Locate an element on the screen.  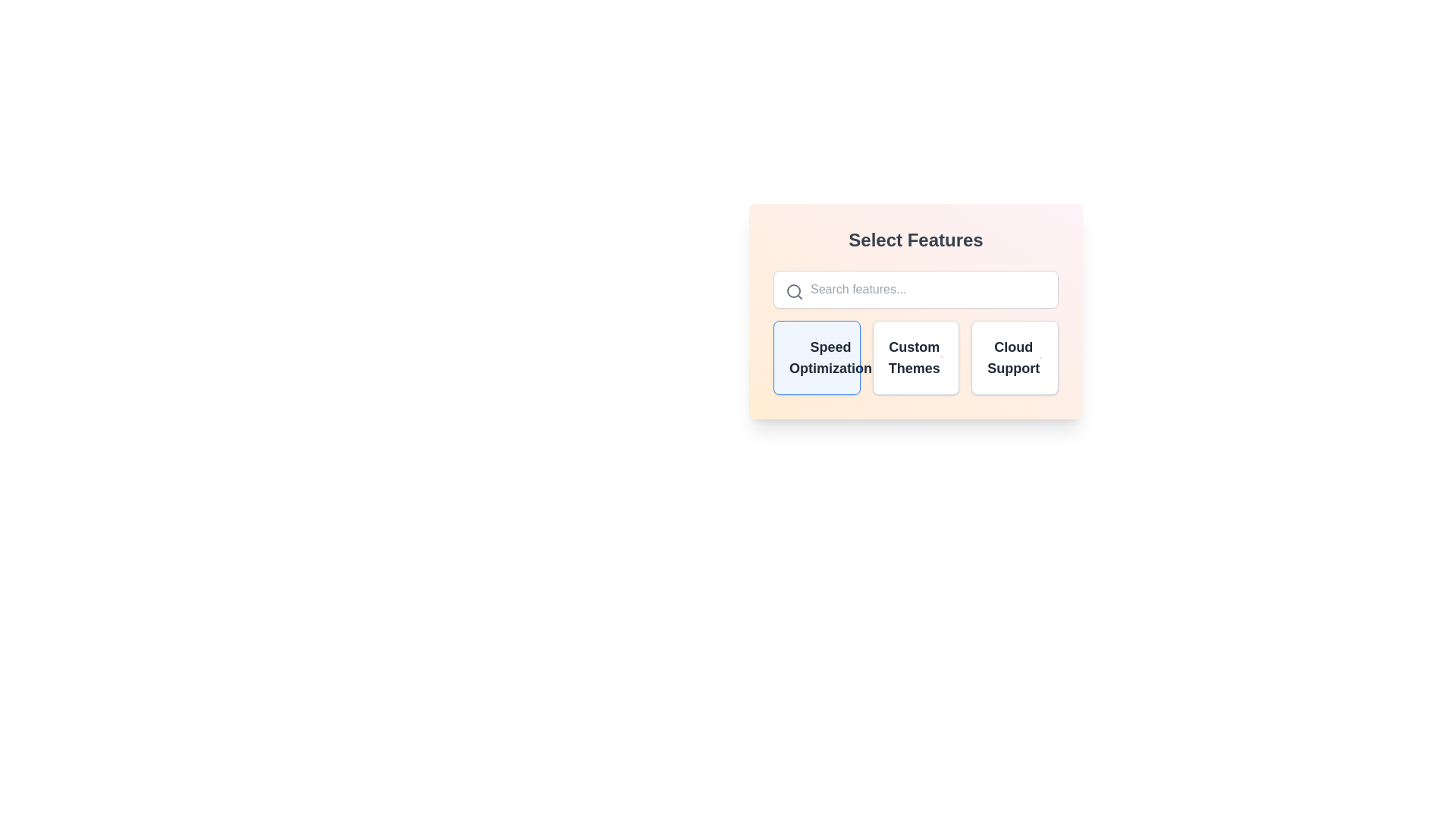
the feature Custom Themes is located at coordinates (915, 357).